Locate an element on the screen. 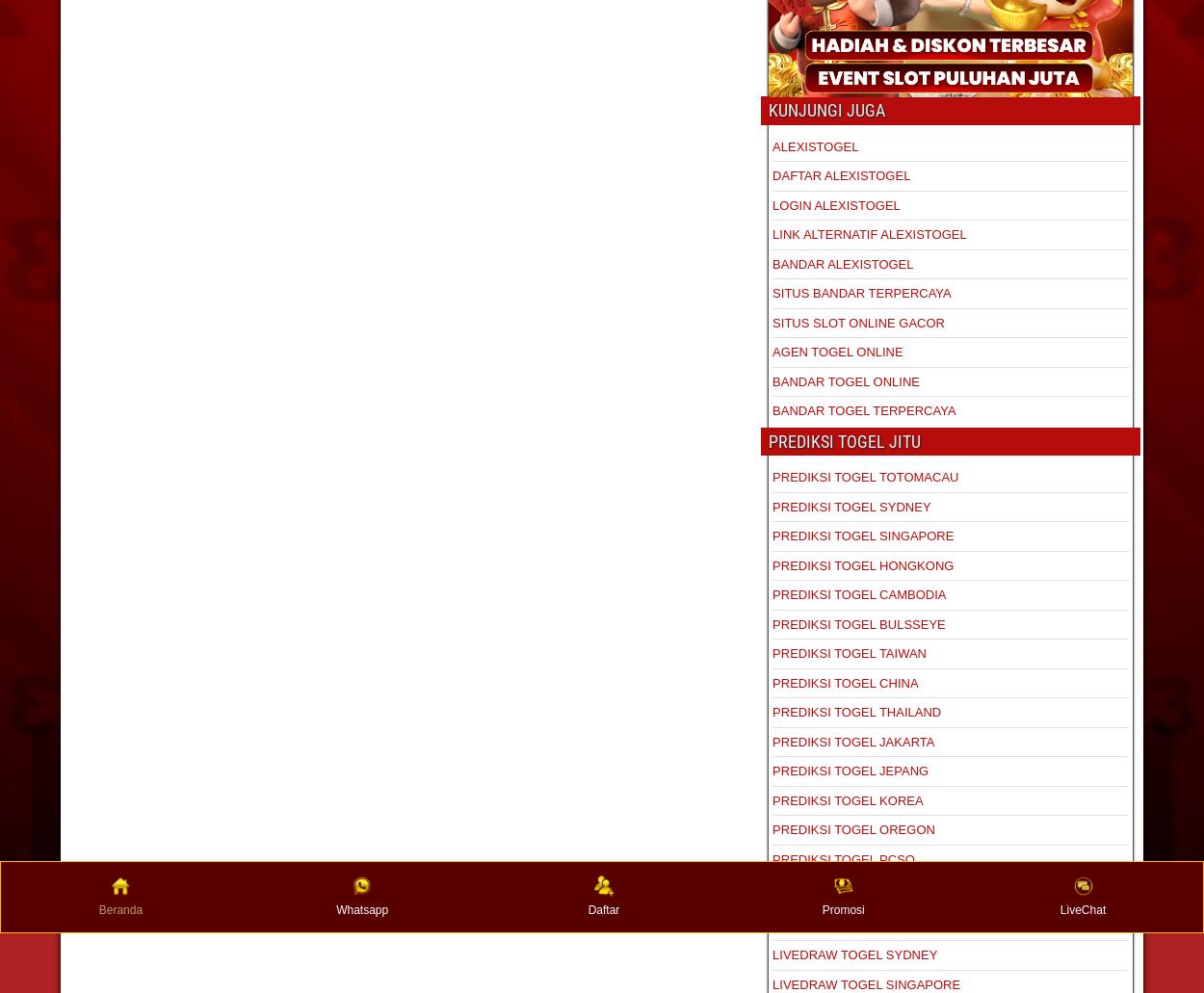 The height and width of the screenshot is (993, 1204). 'LIVEDRAW TOGEL TOTOMACAU' is located at coordinates (869, 924).